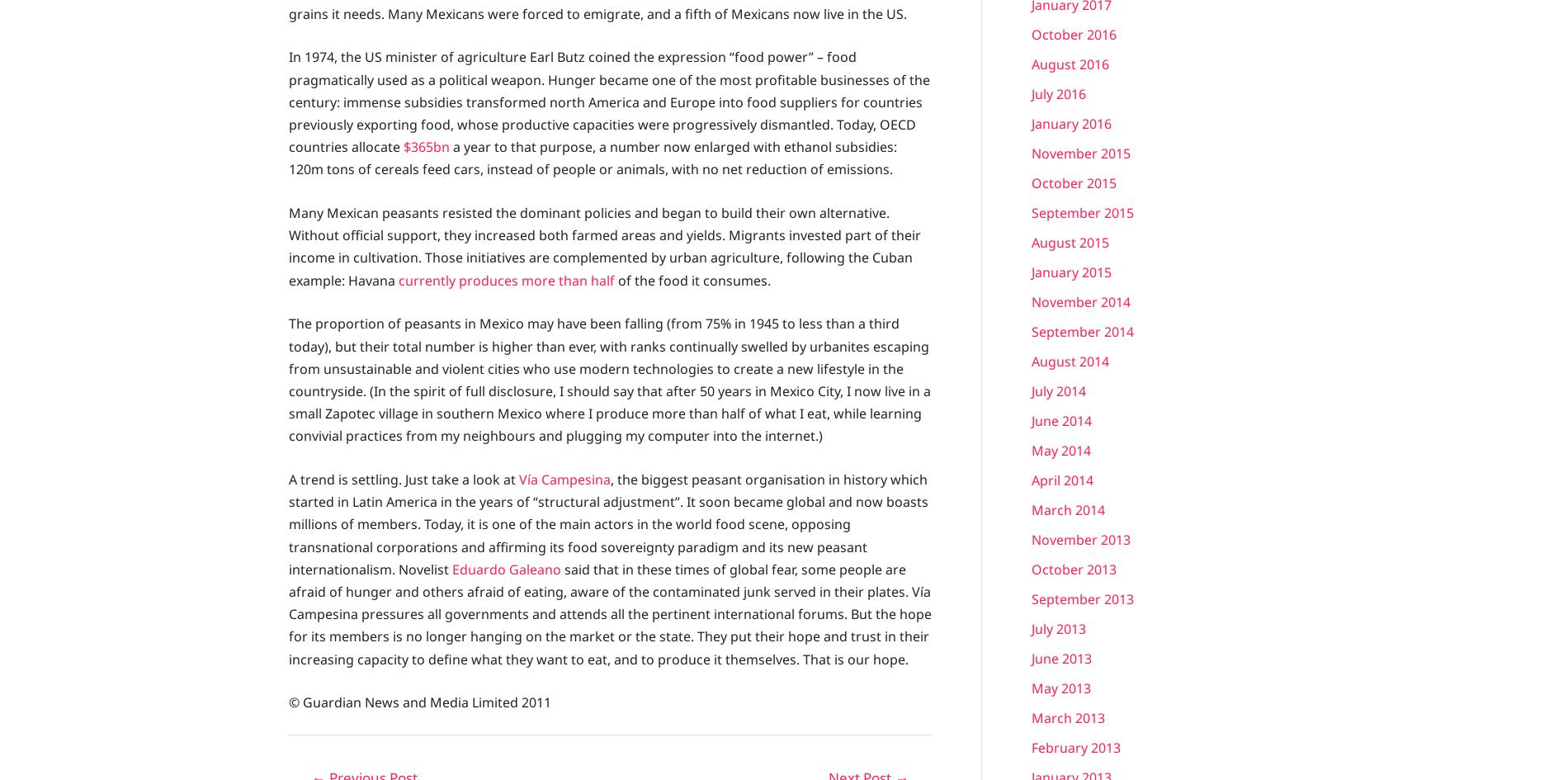 The image size is (1568, 780). What do you see at coordinates (1073, 182) in the screenshot?
I see `'October 2015'` at bounding box center [1073, 182].